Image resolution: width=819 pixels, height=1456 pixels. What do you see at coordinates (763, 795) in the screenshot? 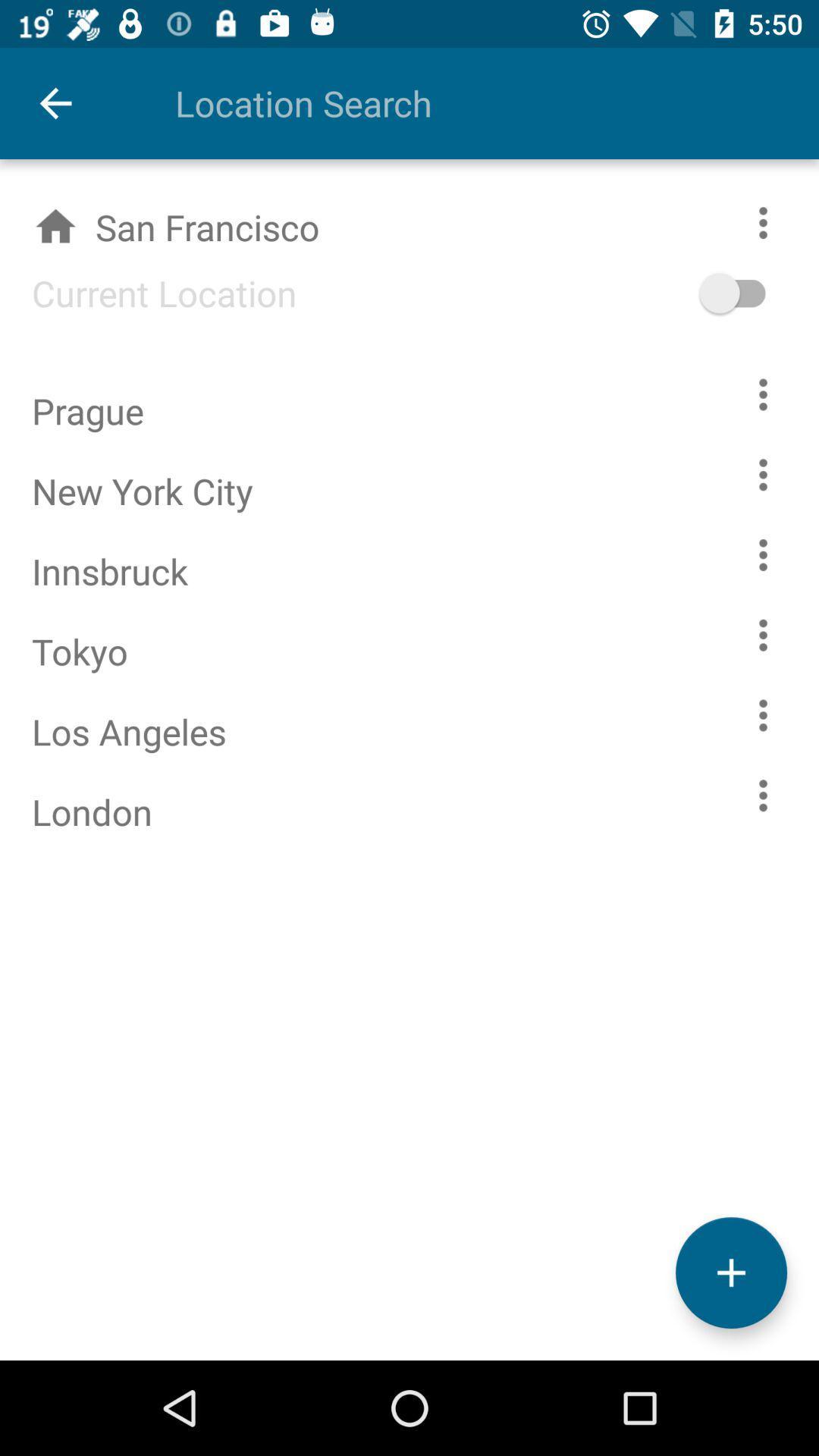
I see `customize location` at bounding box center [763, 795].